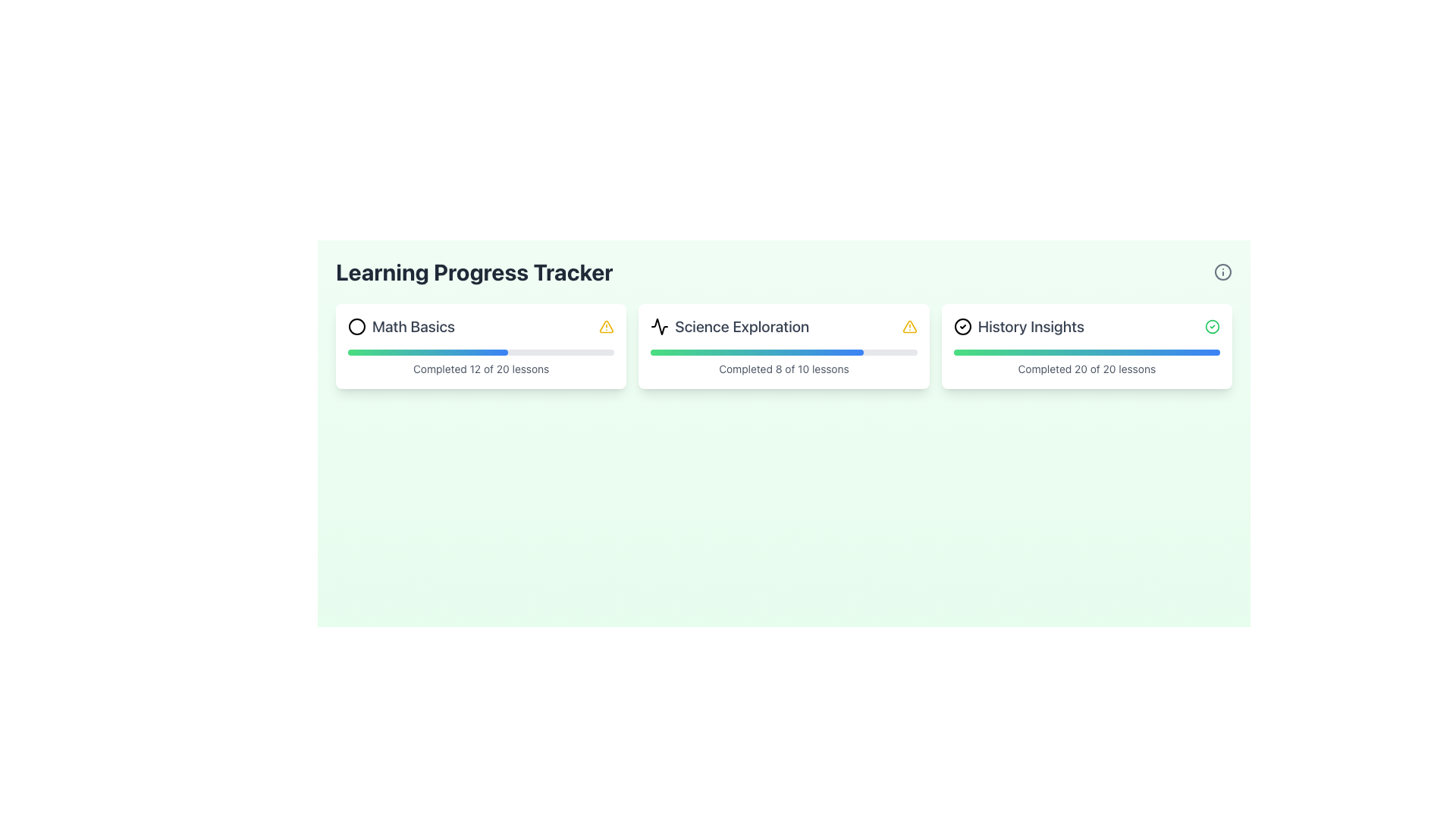 This screenshot has height=819, width=1456. Describe the element at coordinates (480, 369) in the screenshot. I see `the Static Text element that displays the progress of lessons completed in the 'Math Basics' category, located at the bottom of the card and just below the progress bar` at that location.